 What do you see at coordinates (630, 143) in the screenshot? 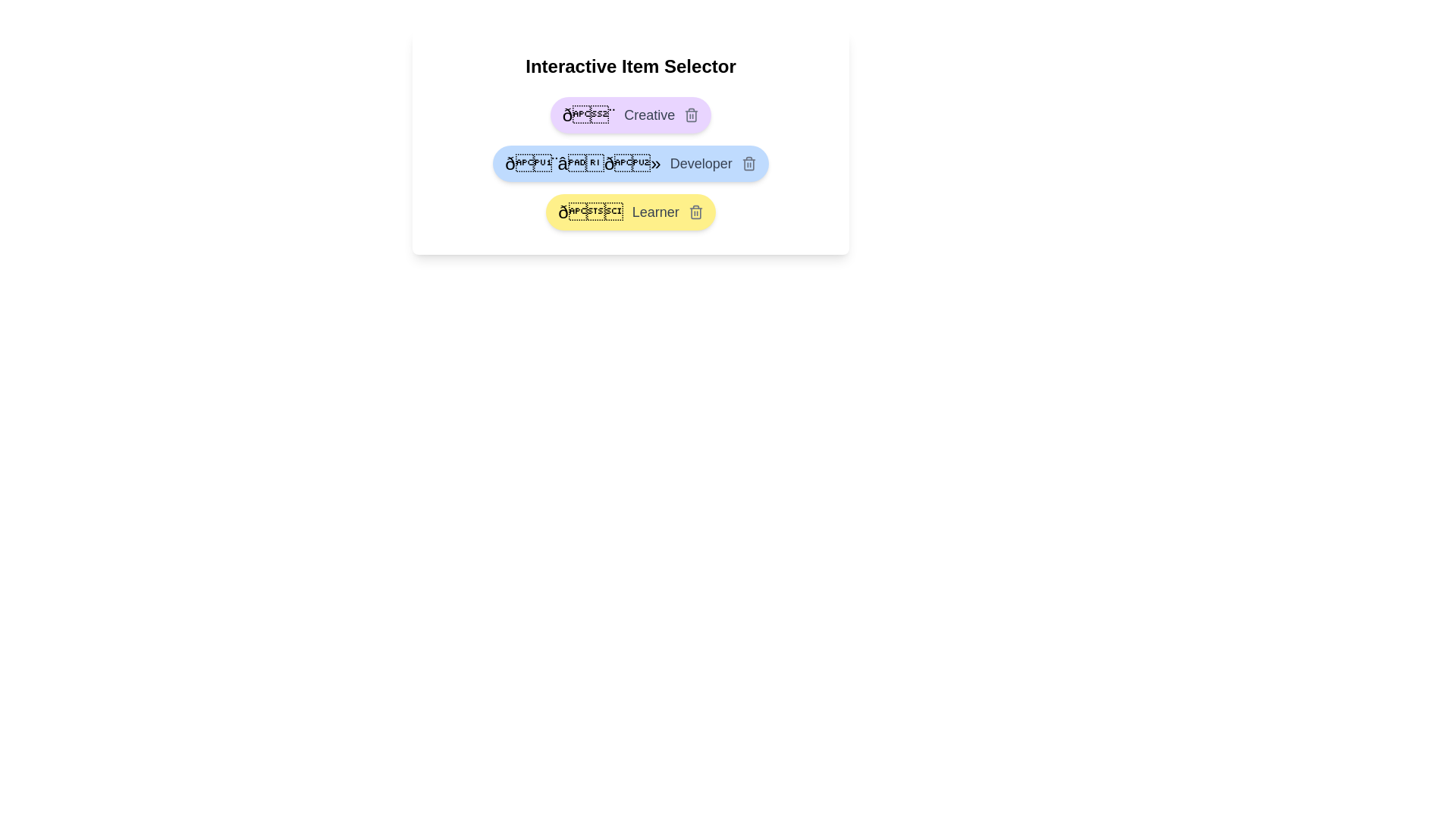
I see `the background of the component to interact with it` at bounding box center [630, 143].